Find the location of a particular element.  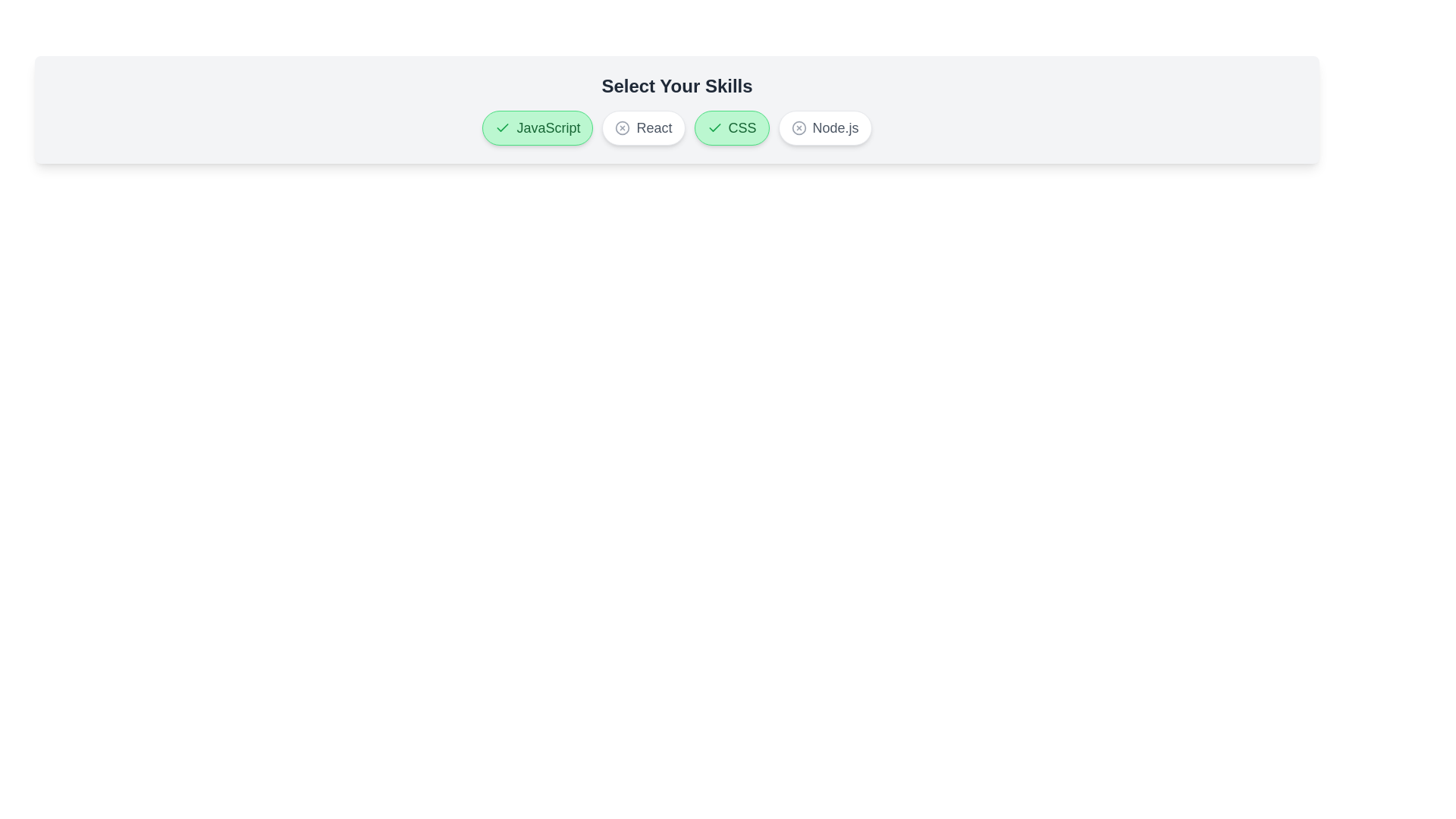

the button labeled JavaScript to observe its hover effect is located at coordinates (538, 127).